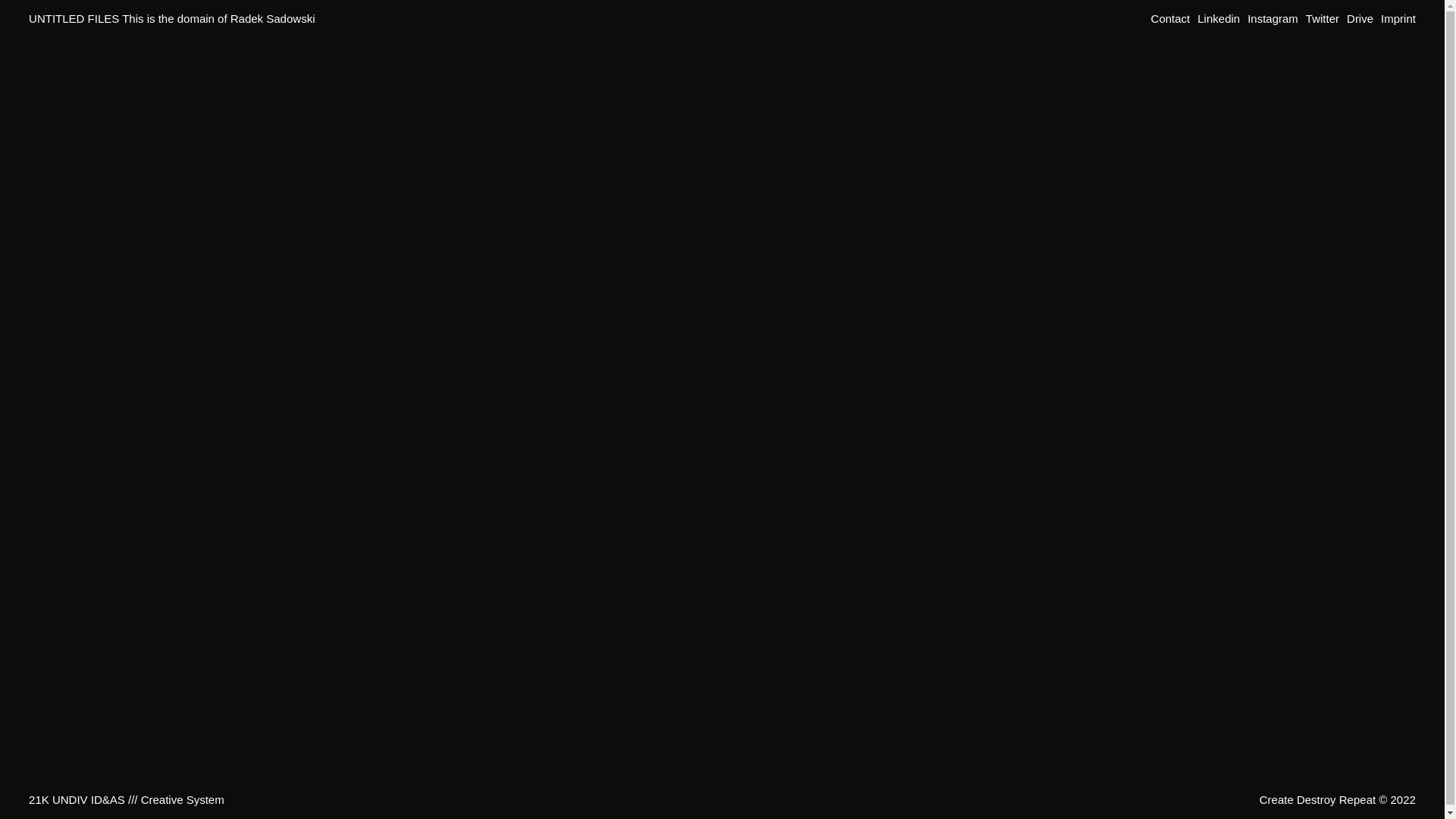  Describe the element at coordinates (171, 18) in the screenshot. I see `'UNTITLED FILES This is the domain of Radek Sadowski'` at that location.